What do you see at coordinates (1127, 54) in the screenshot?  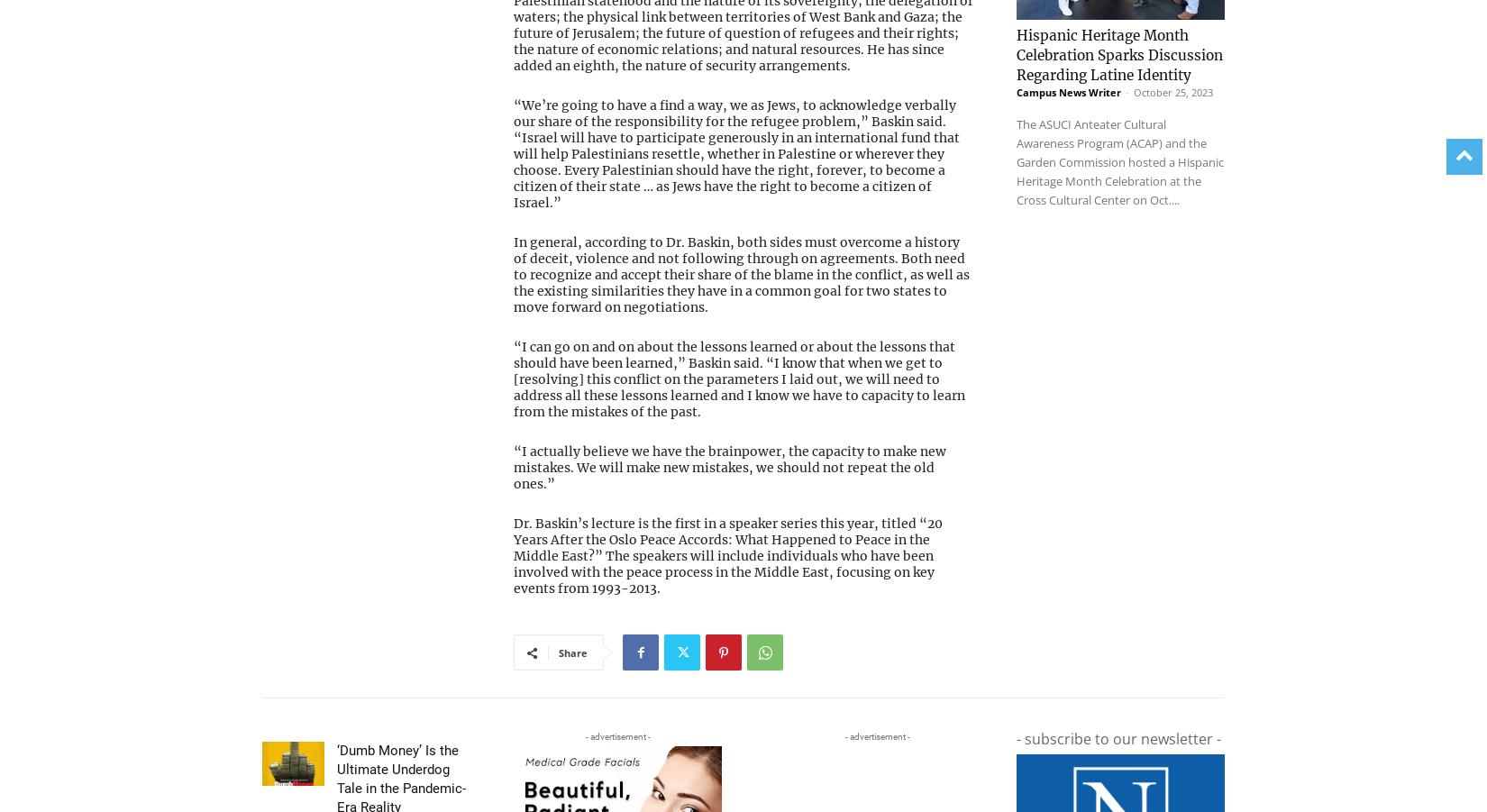 I see `'-'` at bounding box center [1127, 54].